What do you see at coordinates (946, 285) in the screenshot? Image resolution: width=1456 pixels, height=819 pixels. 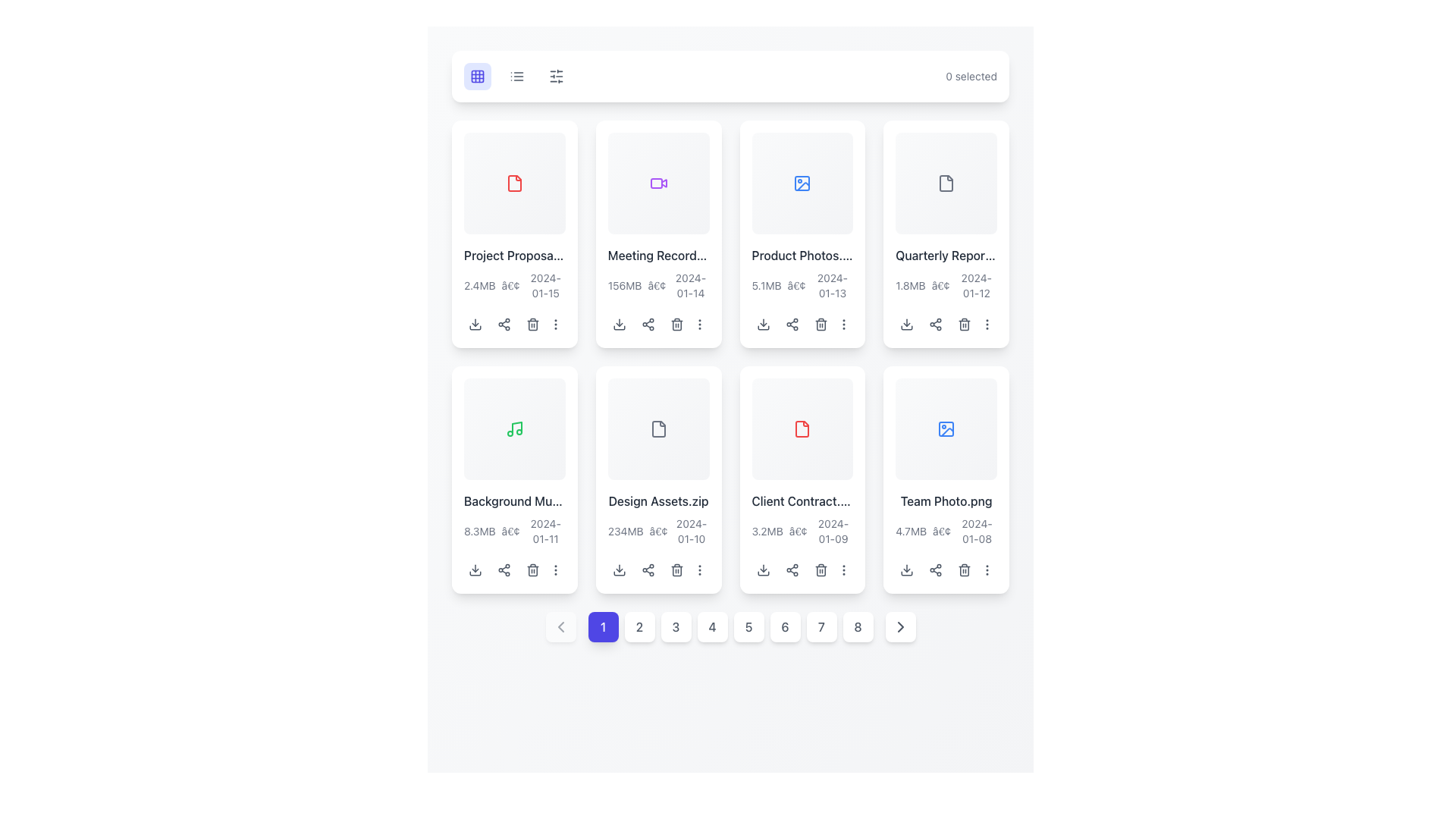 I see `the text label that displays the file size and date associated with 'Quarterly Report.xlsx', located at the bottom of the card` at bounding box center [946, 285].